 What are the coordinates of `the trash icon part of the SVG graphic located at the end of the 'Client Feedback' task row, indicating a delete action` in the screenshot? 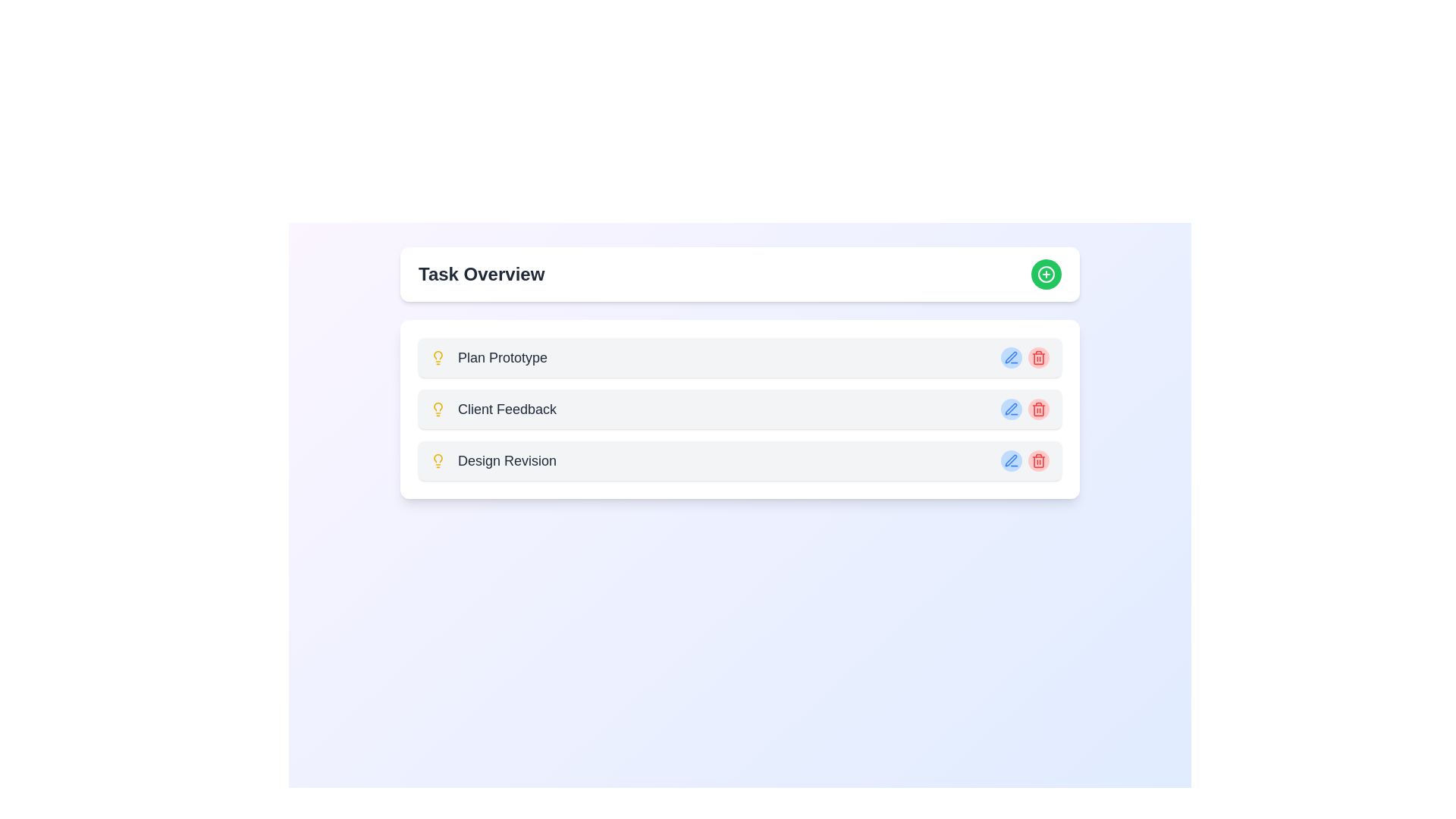 It's located at (1037, 359).